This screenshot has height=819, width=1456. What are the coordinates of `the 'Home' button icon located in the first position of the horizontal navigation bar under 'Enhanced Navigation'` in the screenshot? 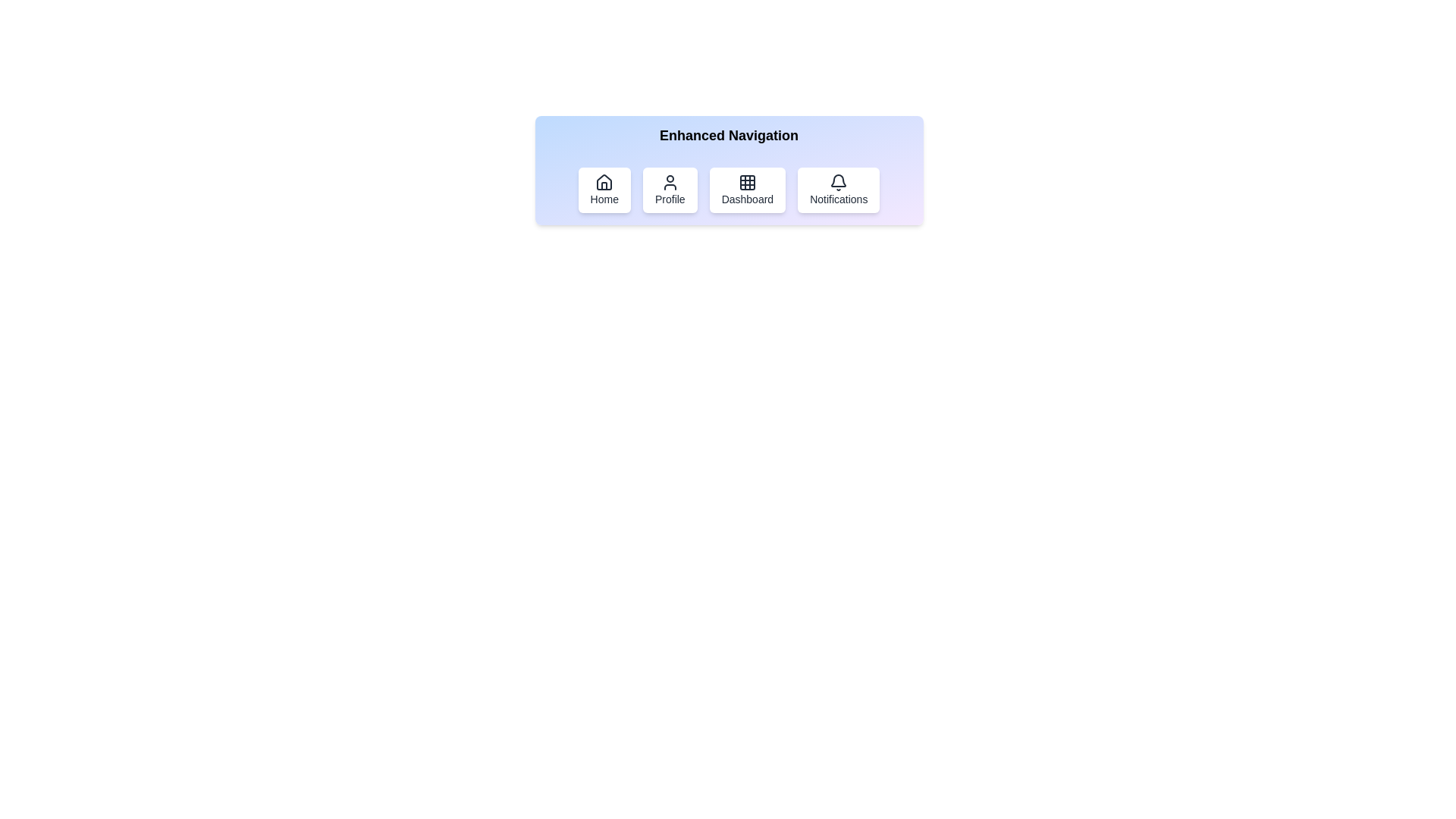 It's located at (604, 181).